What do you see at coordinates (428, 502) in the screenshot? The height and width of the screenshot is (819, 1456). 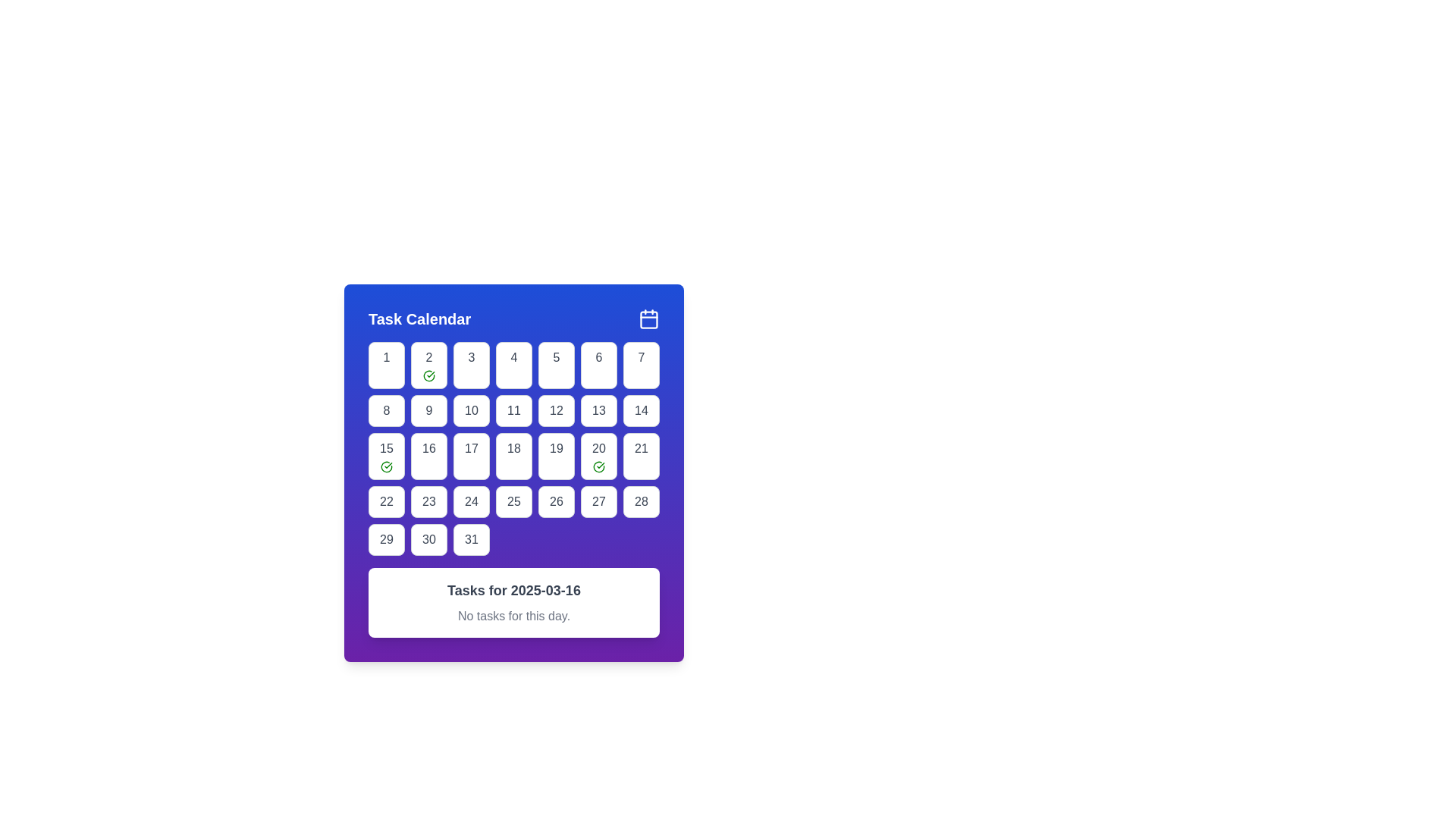 I see `the calendar day cell button displaying the number '23', located in the fourth row and second column of the calendar interface` at bounding box center [428, 502].